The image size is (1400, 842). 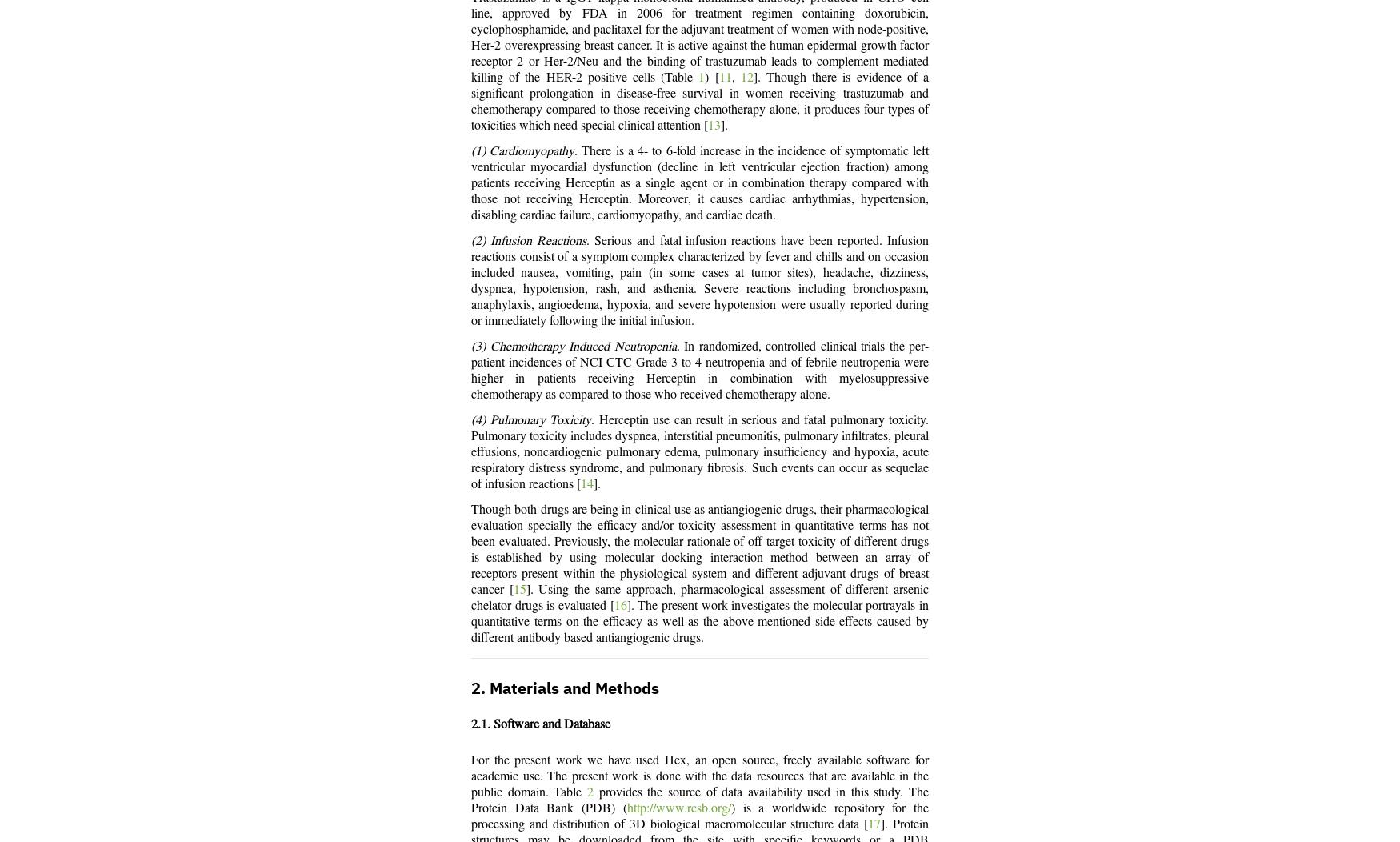 What do you see at coordinates (739, 77) in the screenshot?
I see `'12'` at bounding box center [739, 77].